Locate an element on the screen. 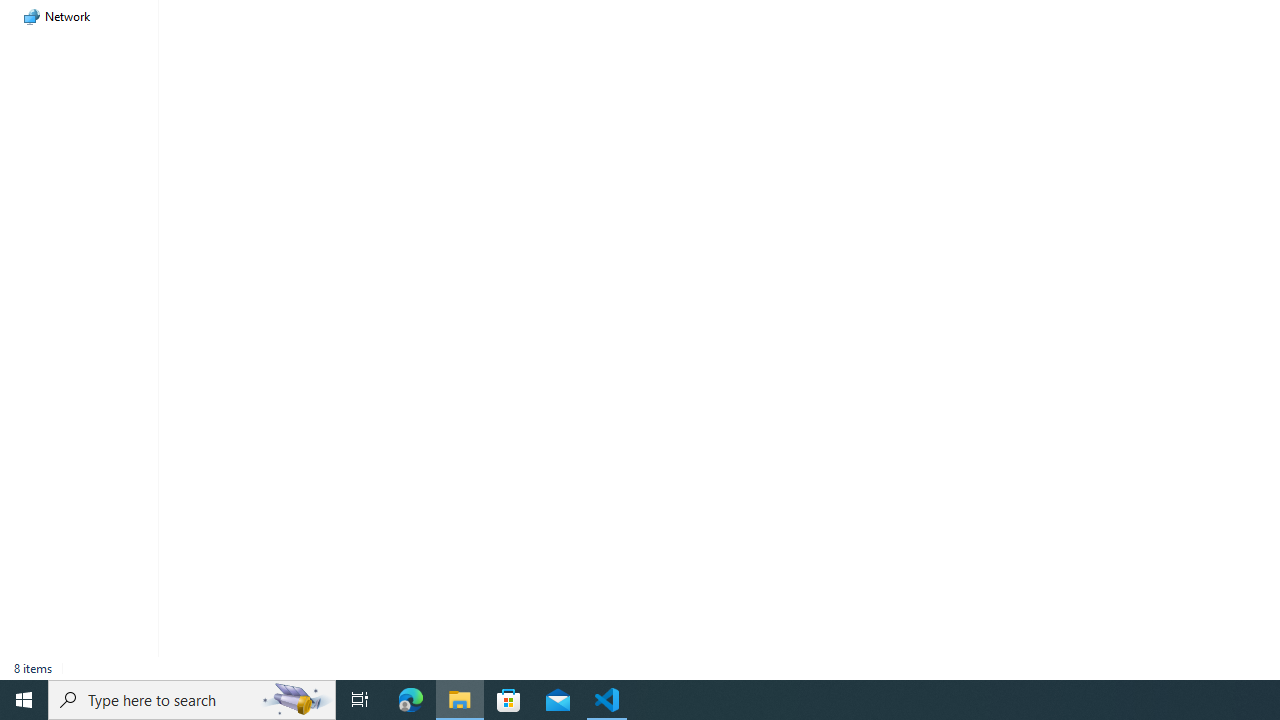 The width and height of the screenshot is (1280, 720). 'File Explorer - 1 running window' is located at coordinates (459, 698).